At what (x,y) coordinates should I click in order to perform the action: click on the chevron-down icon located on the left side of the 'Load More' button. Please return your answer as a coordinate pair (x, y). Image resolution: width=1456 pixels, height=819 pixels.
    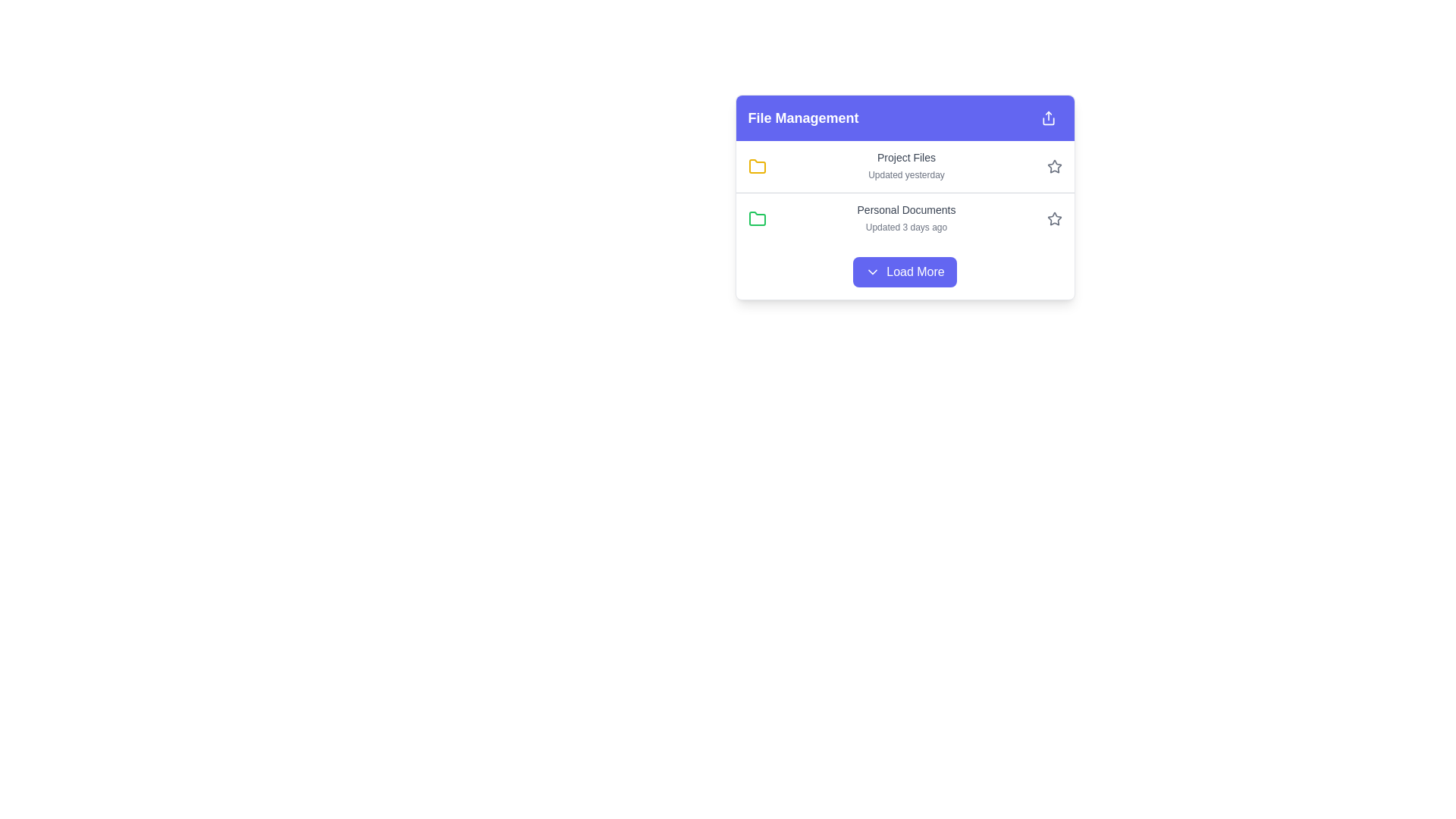
    Looking at the image, I should click on (873, 271).